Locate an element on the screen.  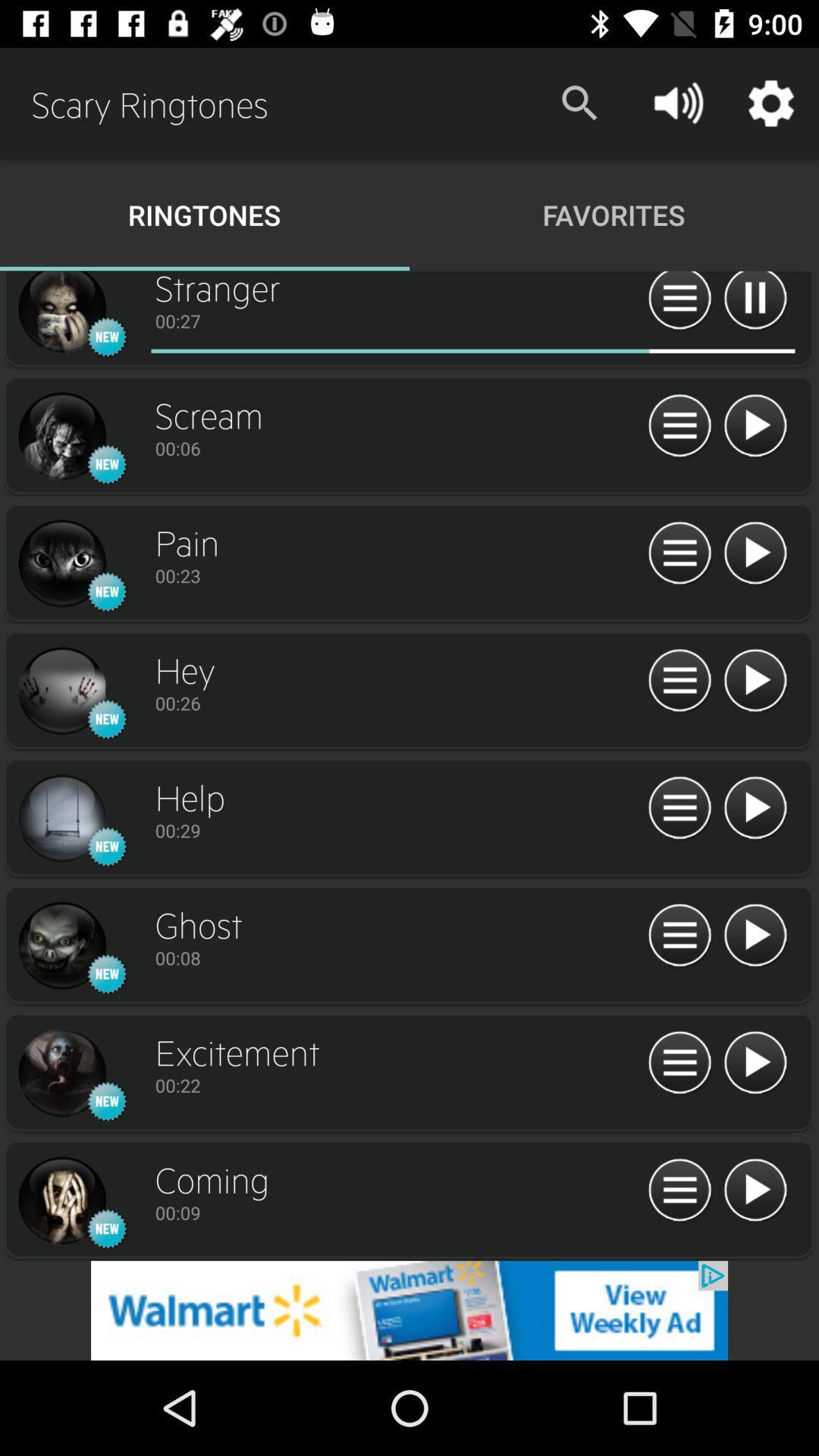
profile is located at coordinates (61, 313).